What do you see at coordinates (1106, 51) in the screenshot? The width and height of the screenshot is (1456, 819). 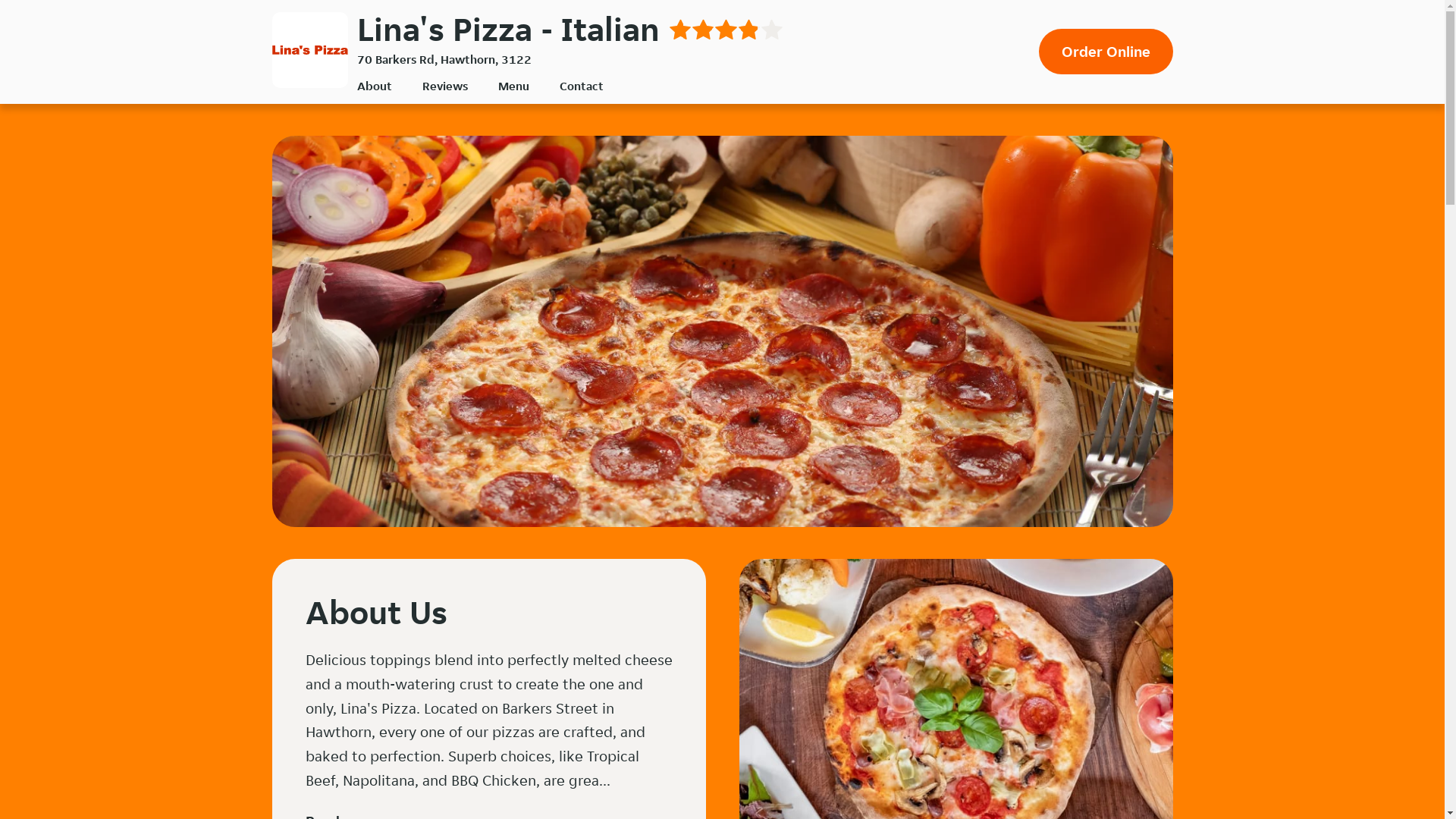 I see `'Order Online'` at bounding box center [1106, 51].